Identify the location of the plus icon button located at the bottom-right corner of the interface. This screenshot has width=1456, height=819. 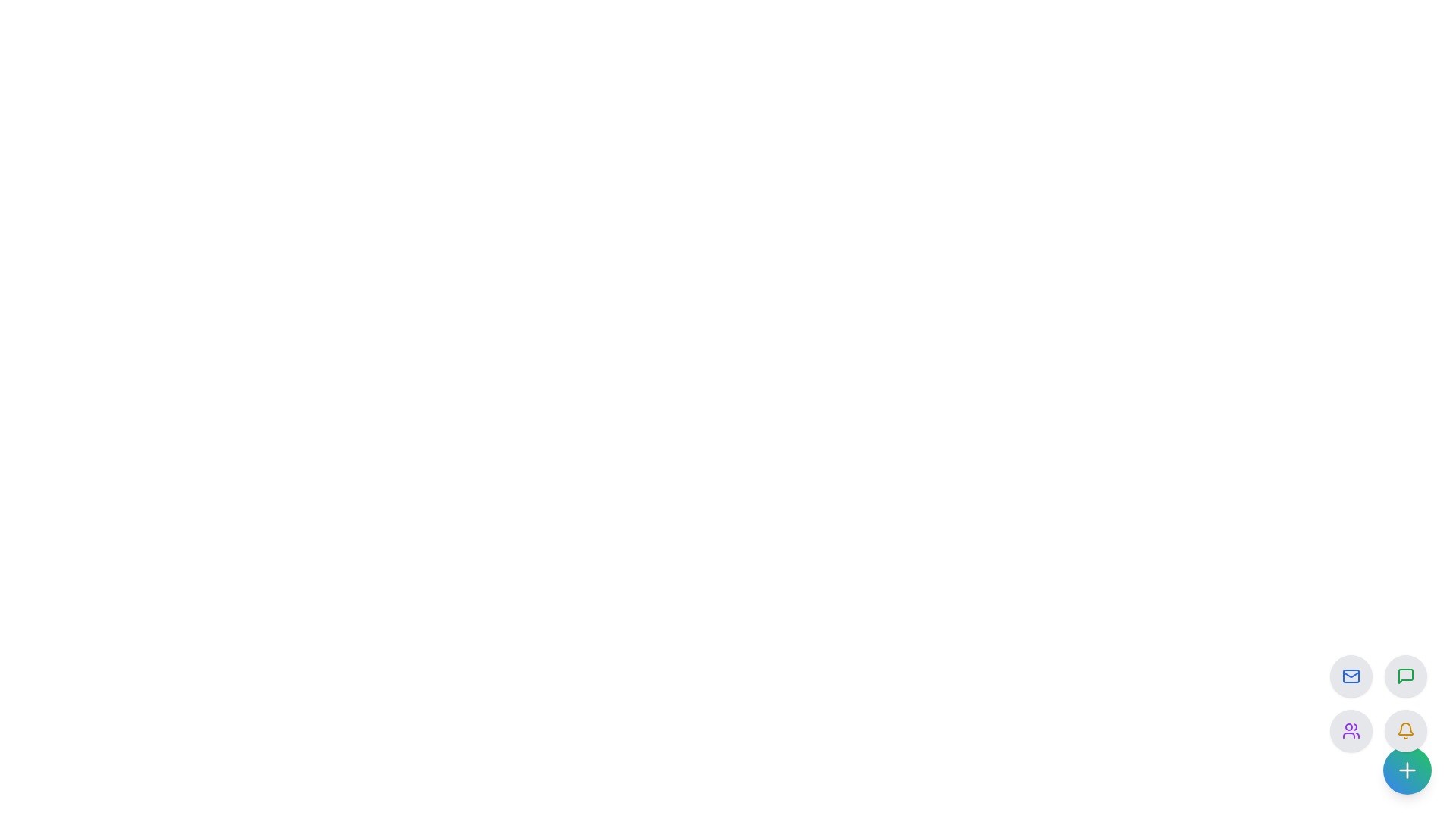
(1407, 770).